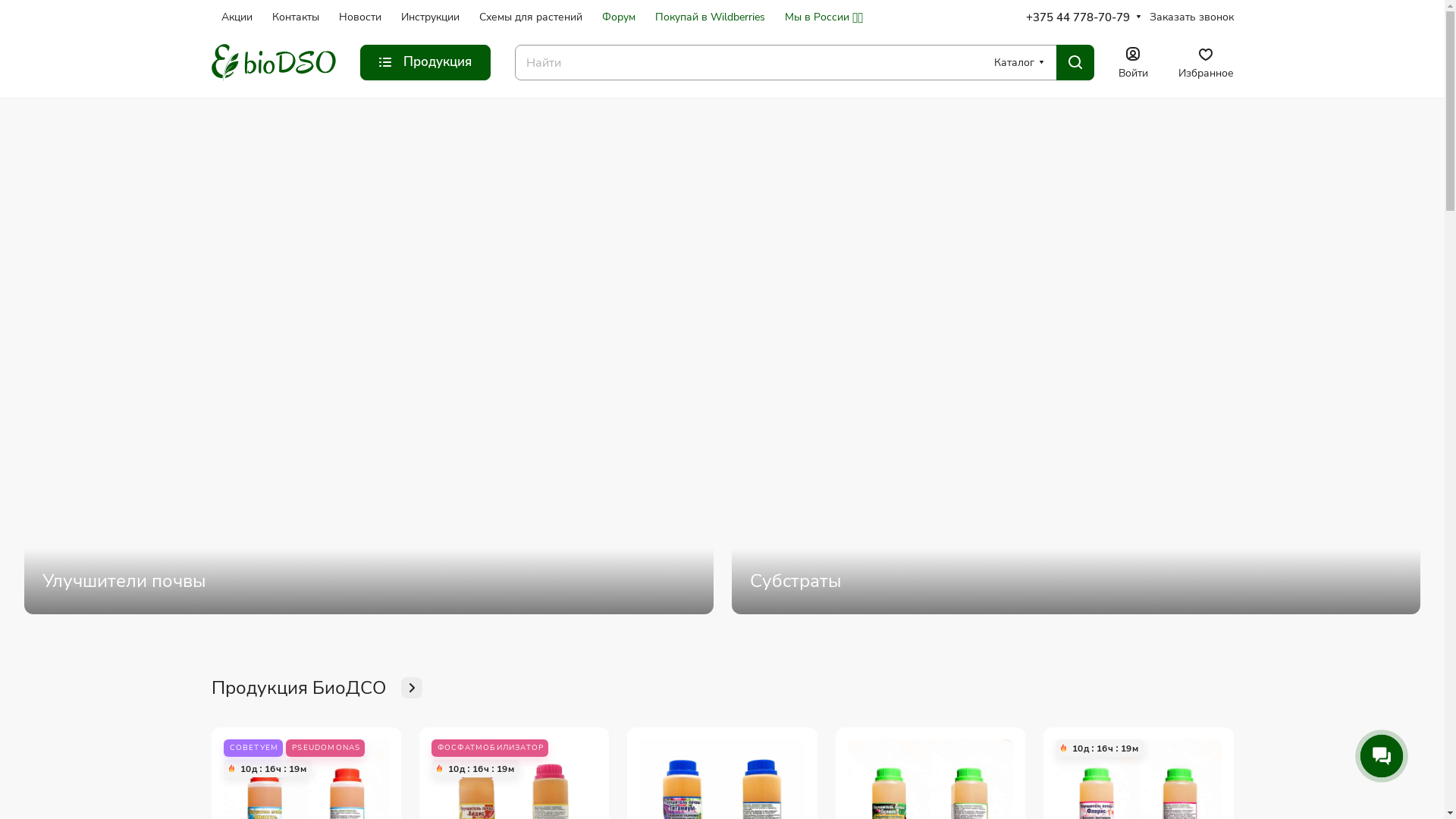 The width and height of the screenshot is (1456, 819). Describe the element at coordinates (1076, 17) in the screenshot. I see `'+375 44 778-70-79'` at that location.